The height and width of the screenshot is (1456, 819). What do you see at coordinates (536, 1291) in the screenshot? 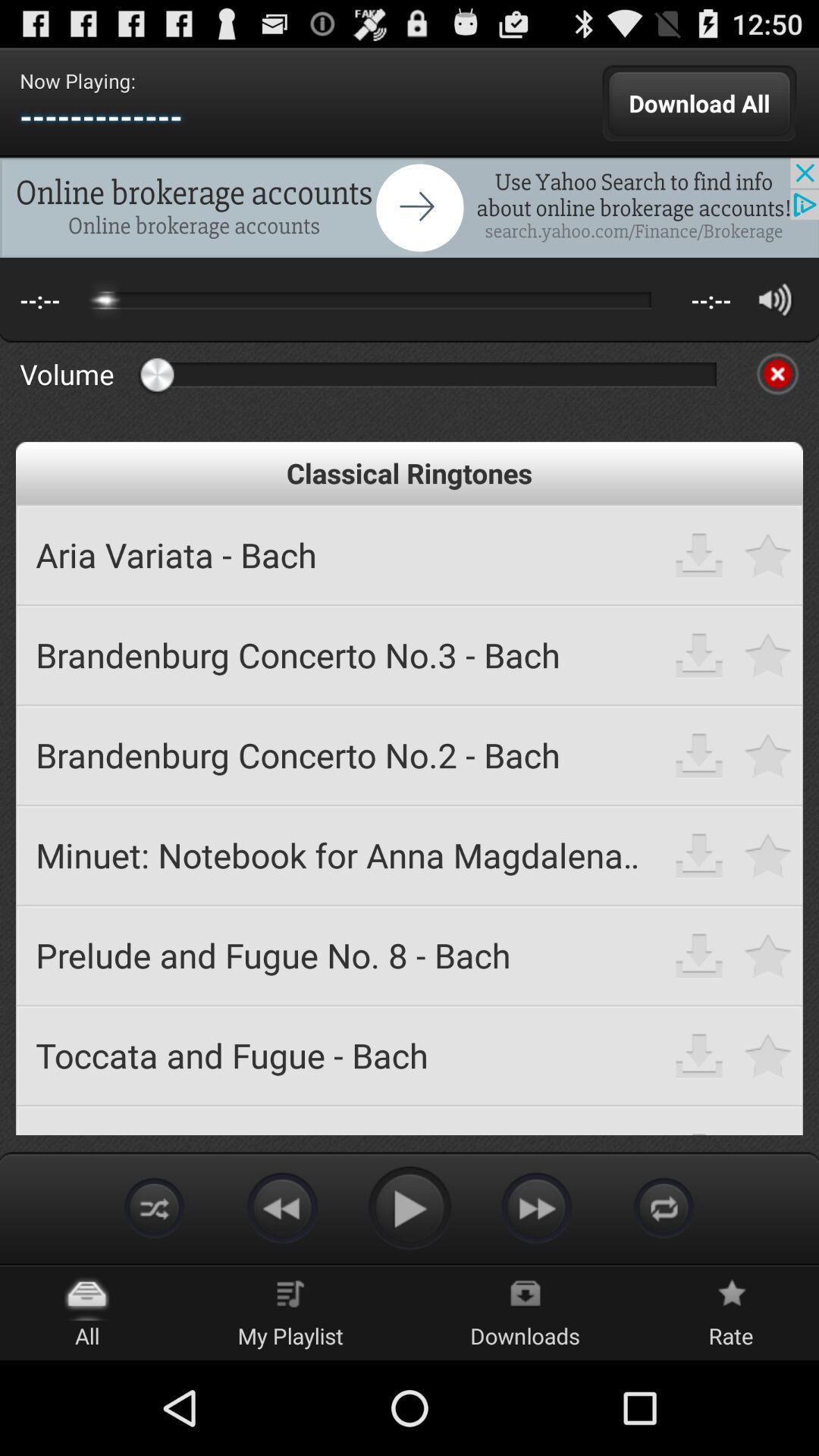
I see `the av_forward icon` at bounding box center [536, 1291].